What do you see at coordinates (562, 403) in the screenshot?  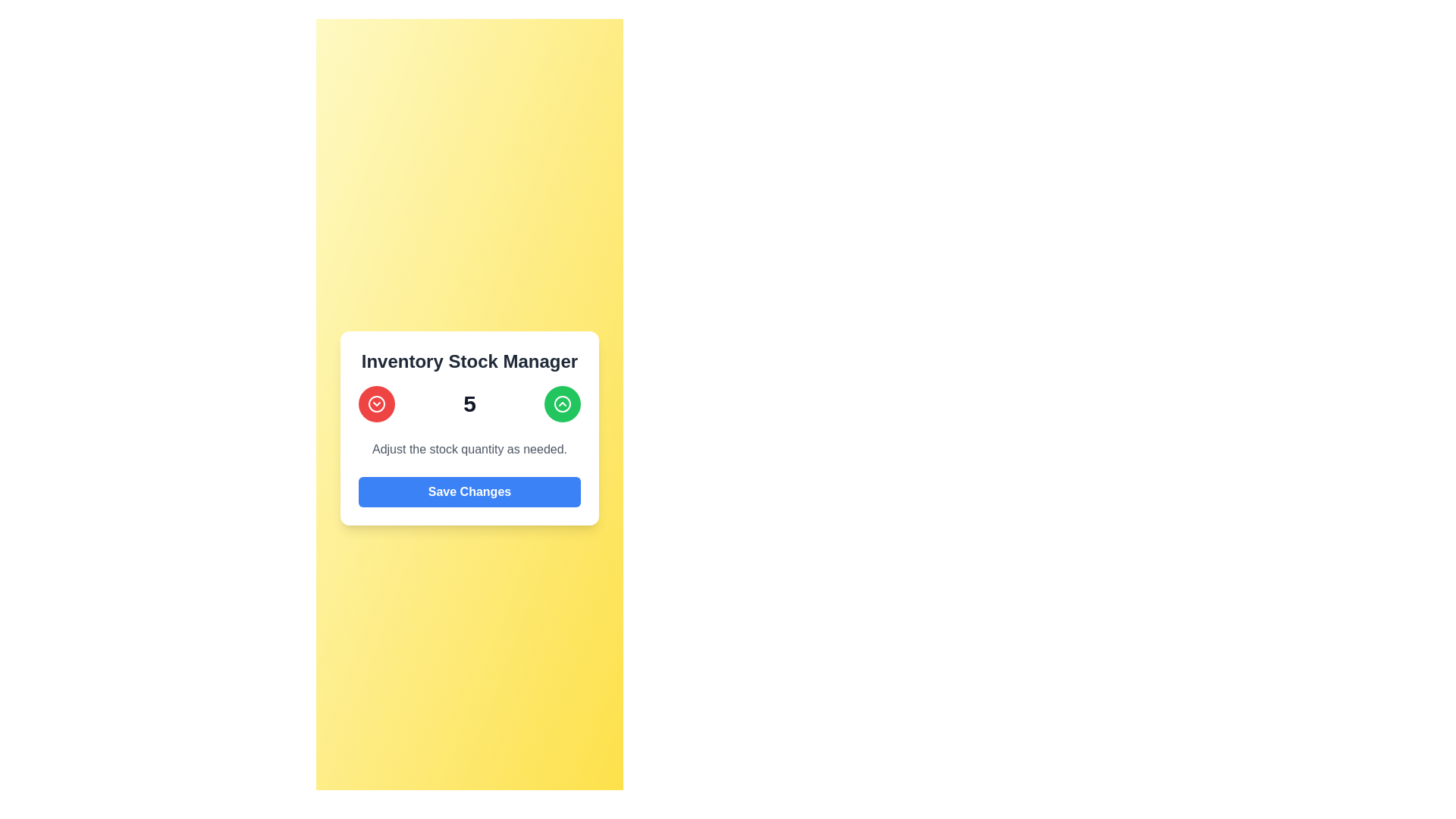 I see `the upward chevron button with a circular green border located at the top-right of the 'Inventory Stock Manager' card, next to the numeric value '5' for additional information` at bounding box center [562, 403].